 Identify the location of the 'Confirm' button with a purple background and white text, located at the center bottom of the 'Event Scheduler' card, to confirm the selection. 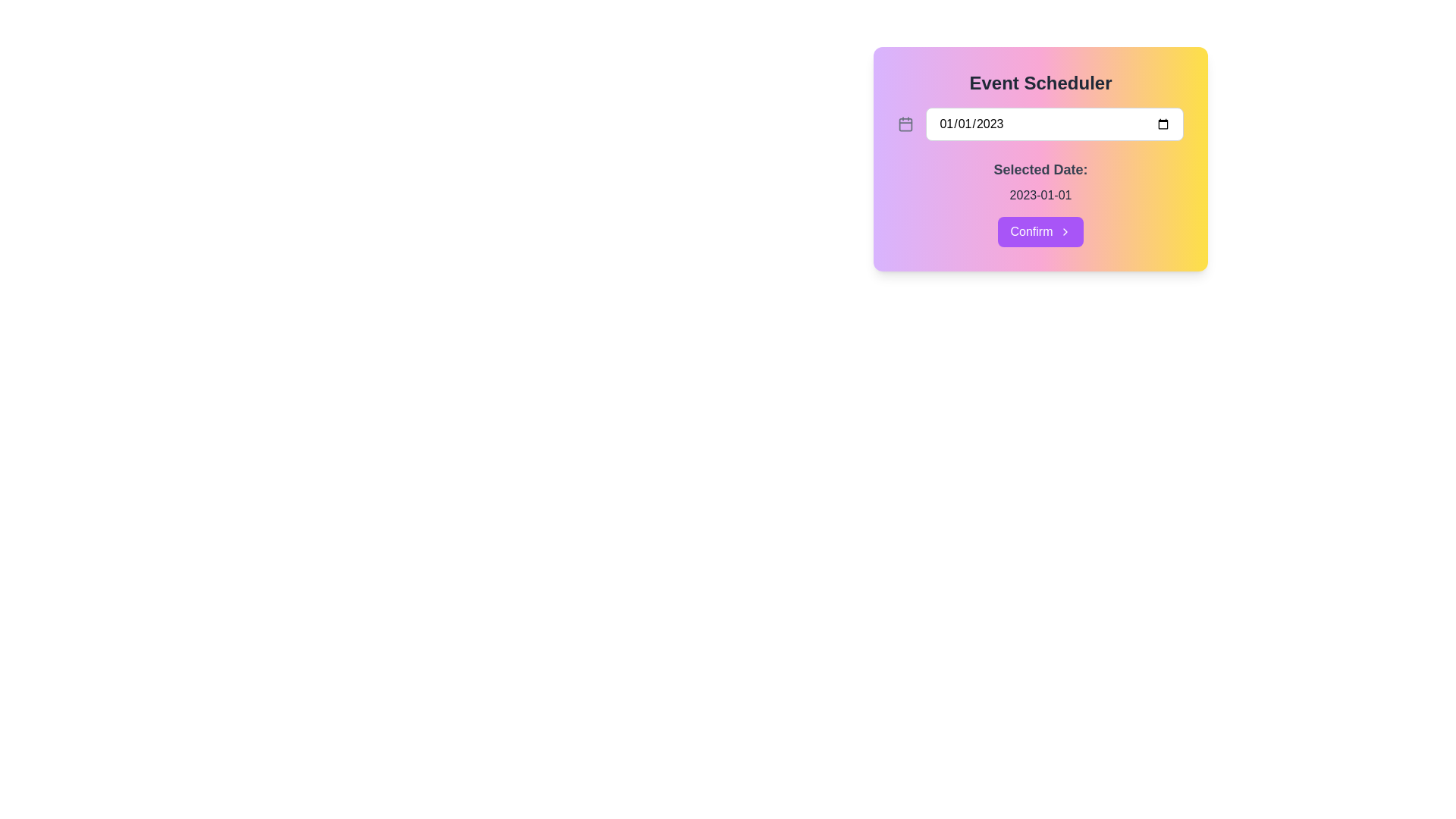
(1040, 231).